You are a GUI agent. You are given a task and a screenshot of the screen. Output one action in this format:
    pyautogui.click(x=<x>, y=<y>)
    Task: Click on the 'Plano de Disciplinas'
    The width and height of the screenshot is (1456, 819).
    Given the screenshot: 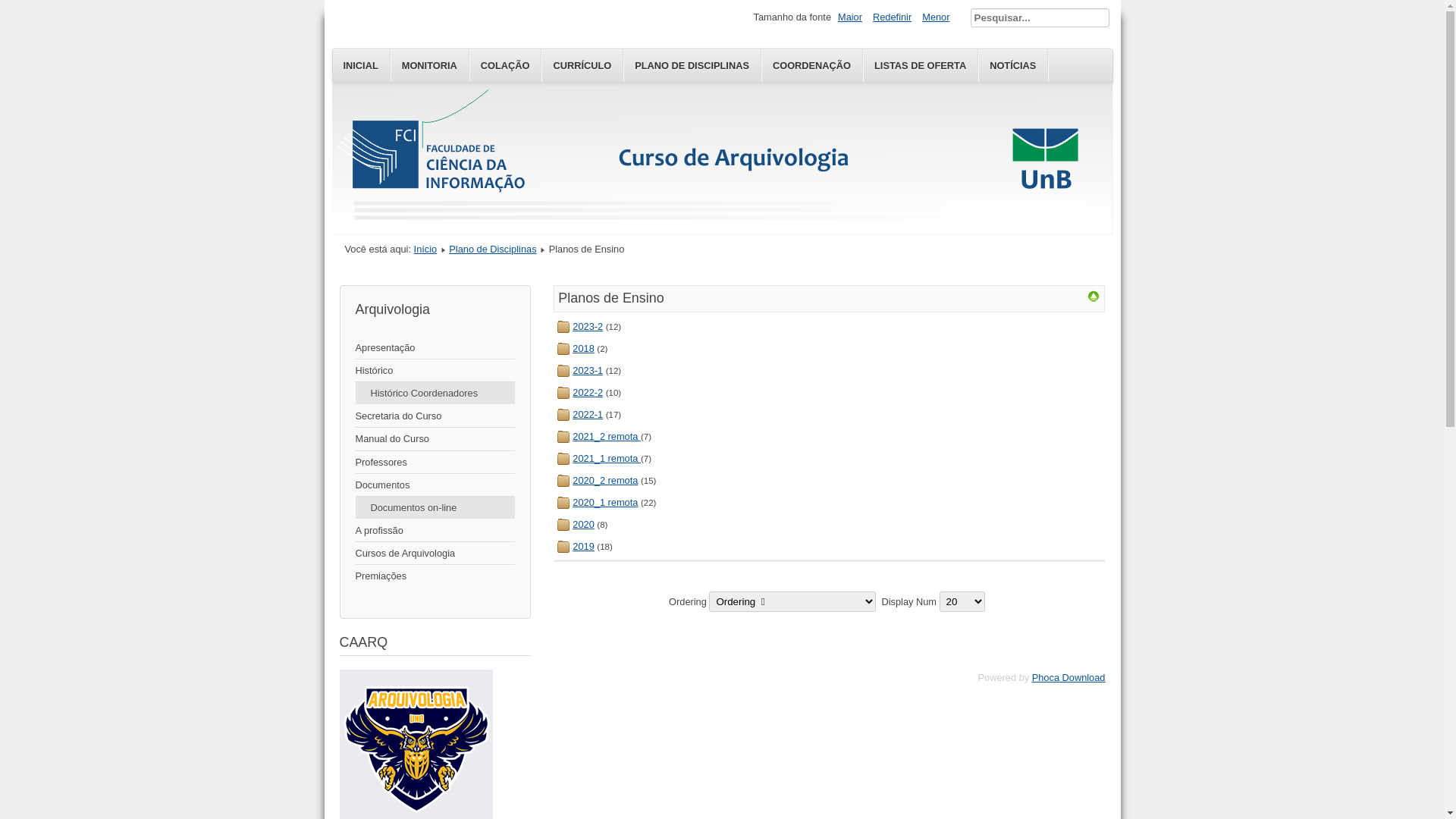 What is the action you would take?
    pyautogui.click(x=492, y=248)
    